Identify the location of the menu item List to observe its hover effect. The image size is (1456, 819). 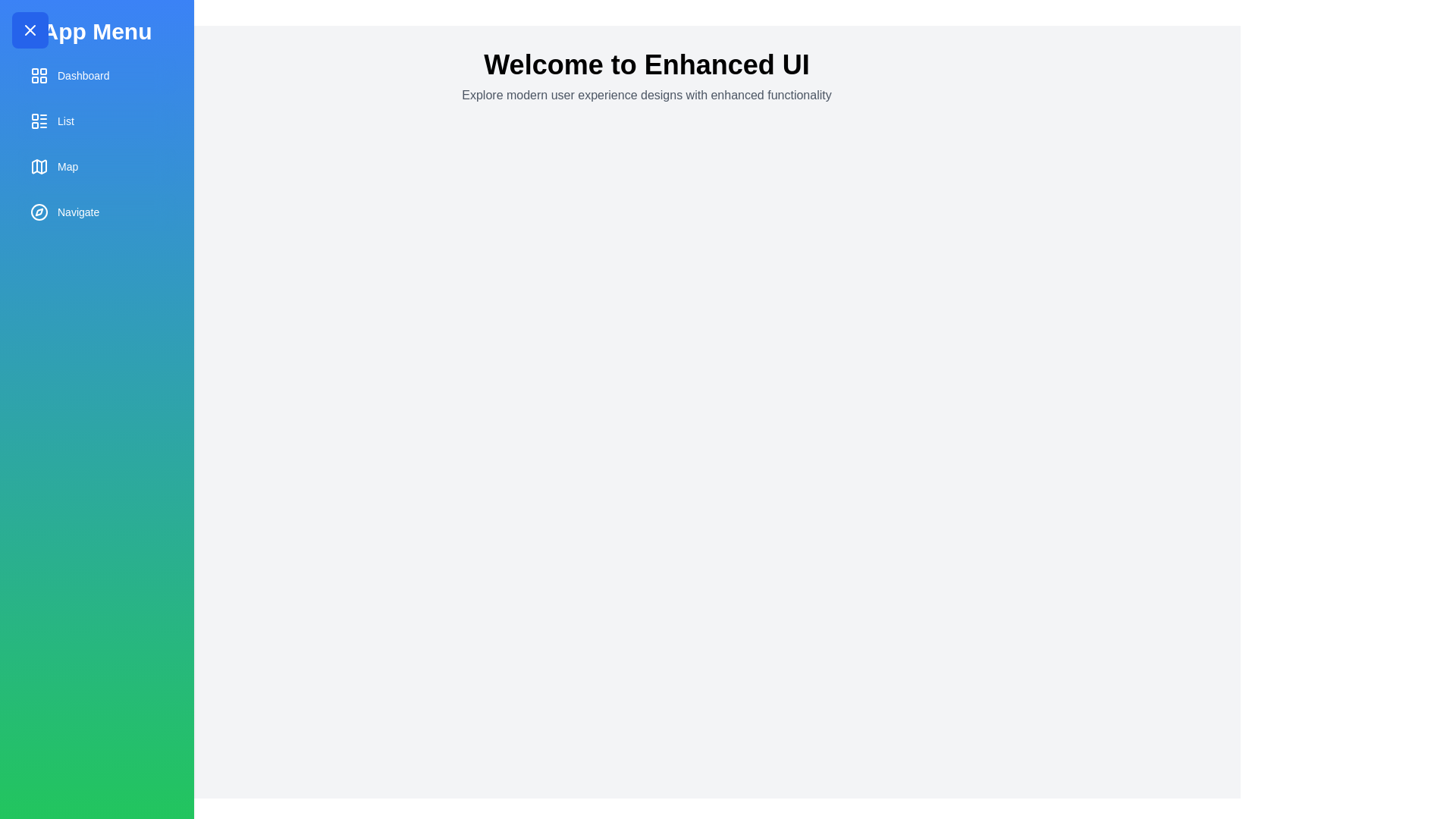
(96, 120).